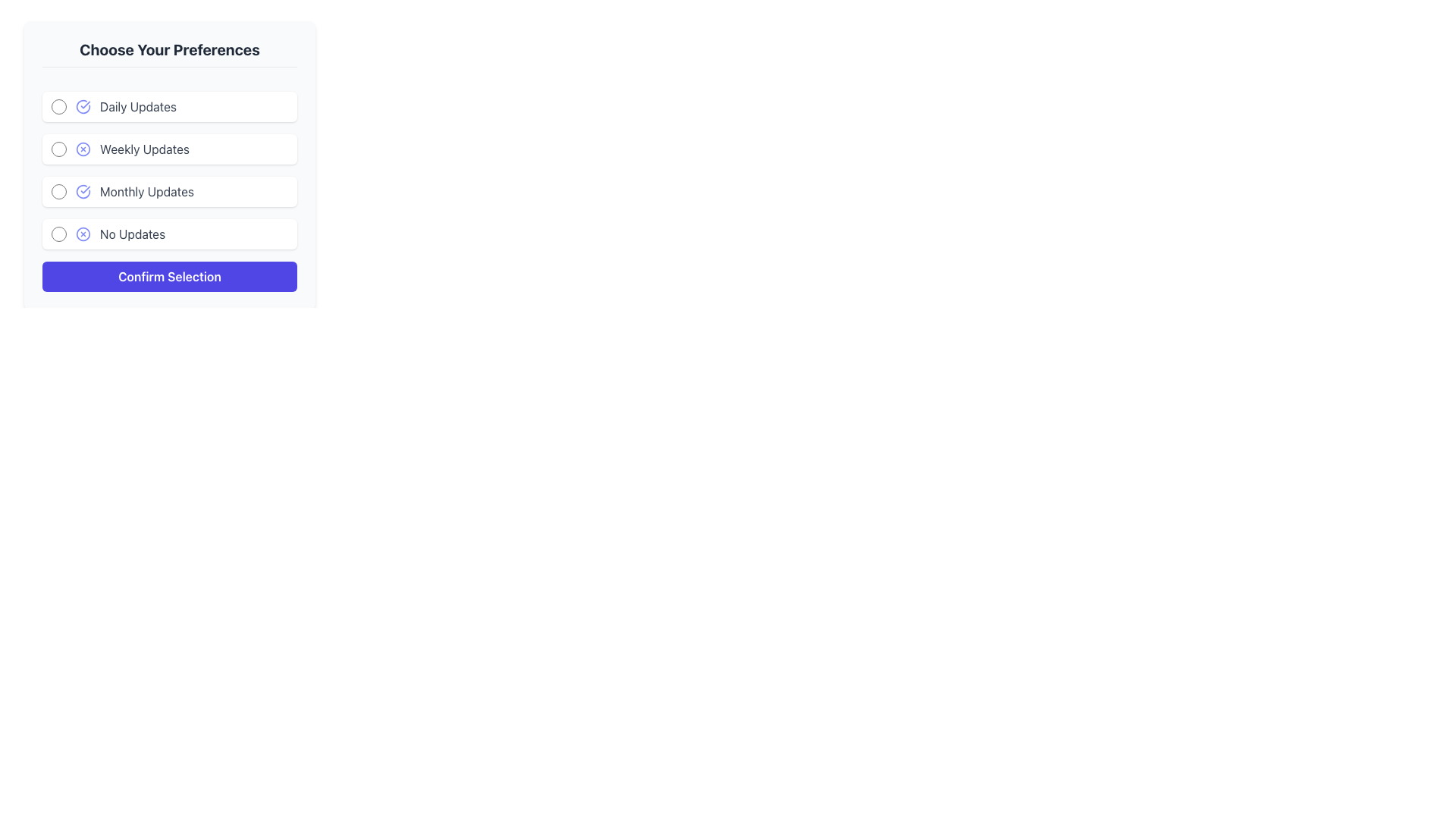  I want to click on the static text label displaying 'Daily Updates', which is medium-weight, gray-colored, and emphasized within a white background, located in the first row of a vertical list under 'Choose Your Preferences', so click(138, 106).